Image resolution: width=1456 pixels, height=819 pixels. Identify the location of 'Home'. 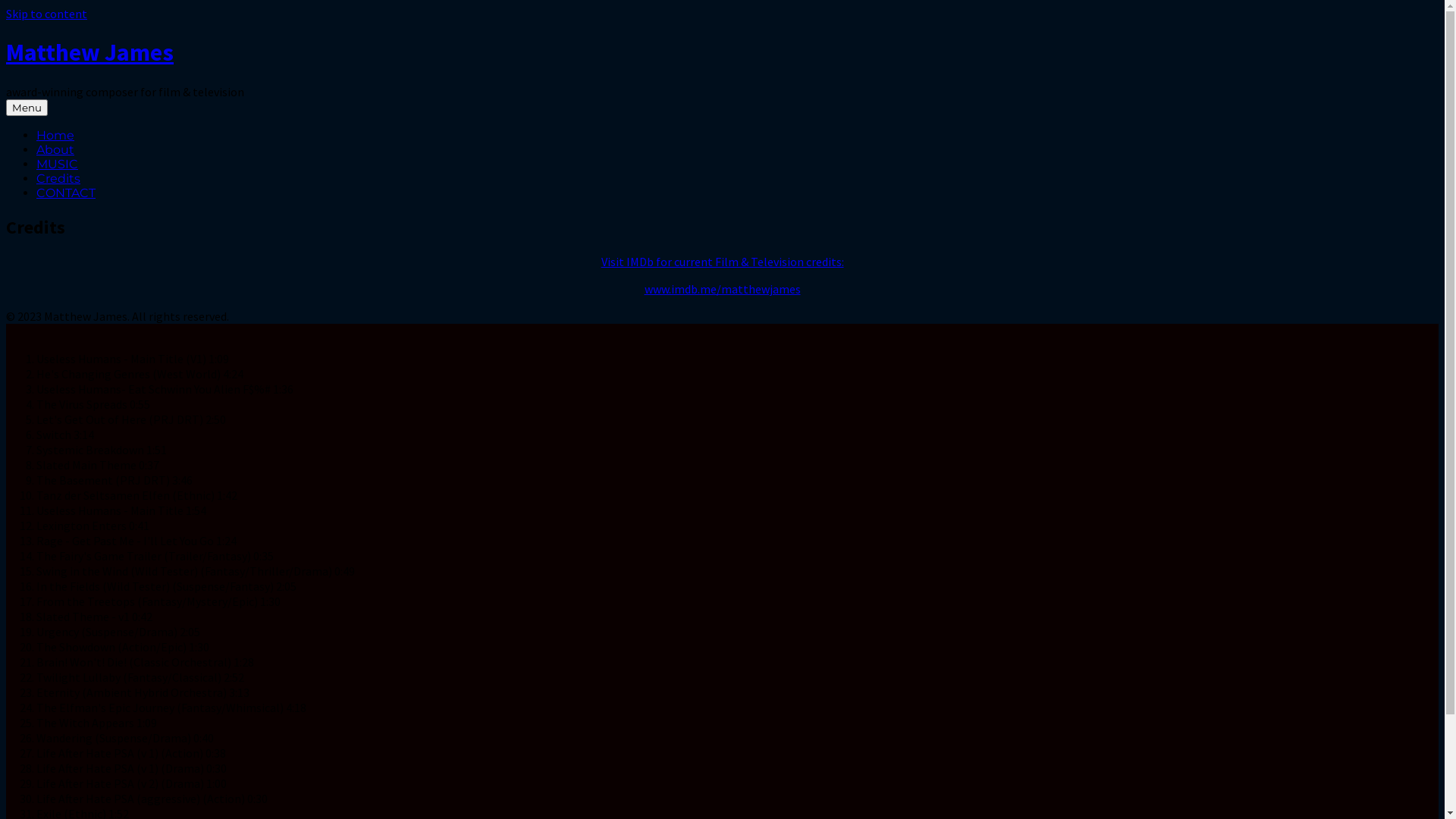
(55, 134).